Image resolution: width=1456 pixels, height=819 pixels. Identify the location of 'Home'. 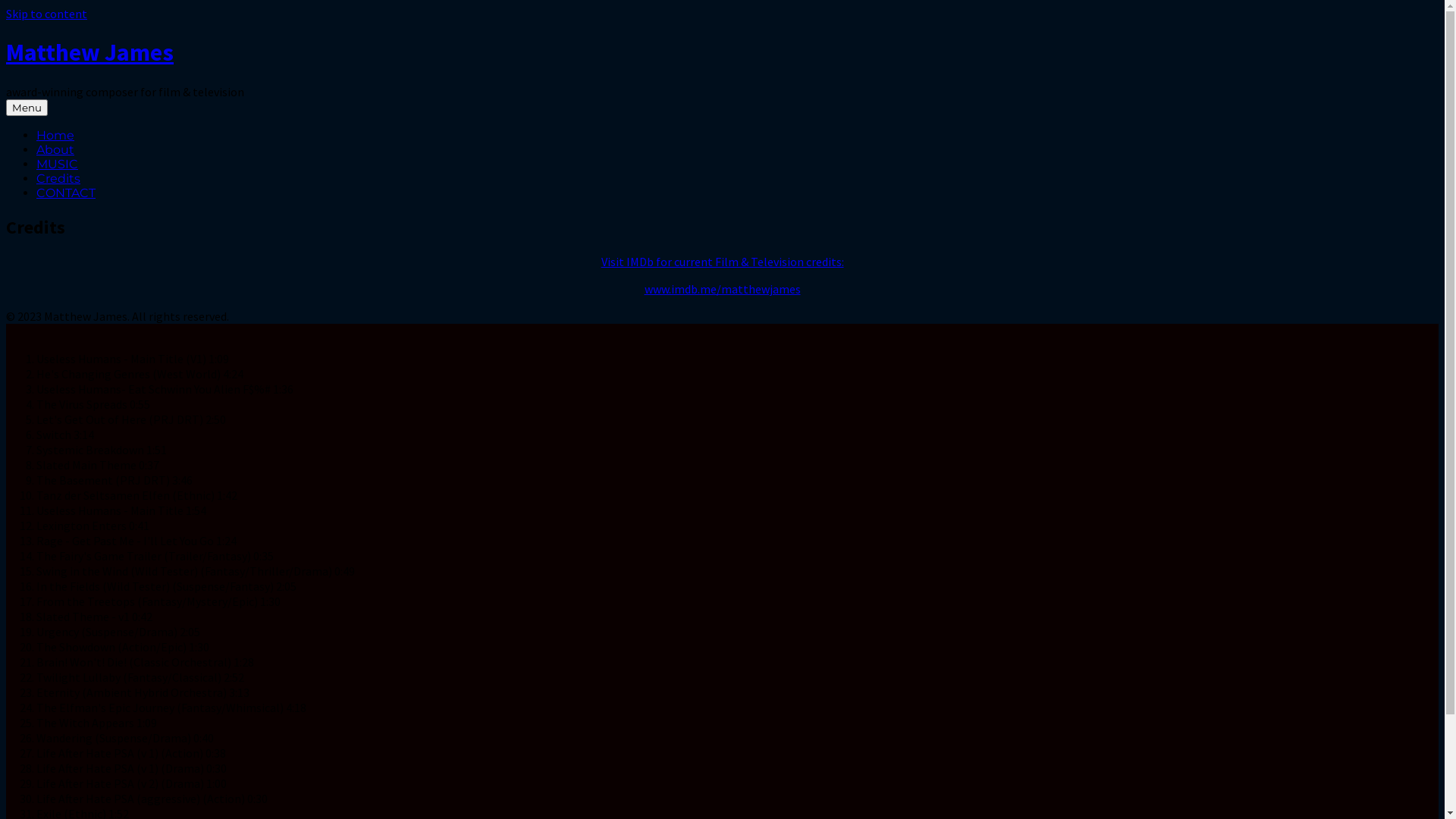
(55, 134).